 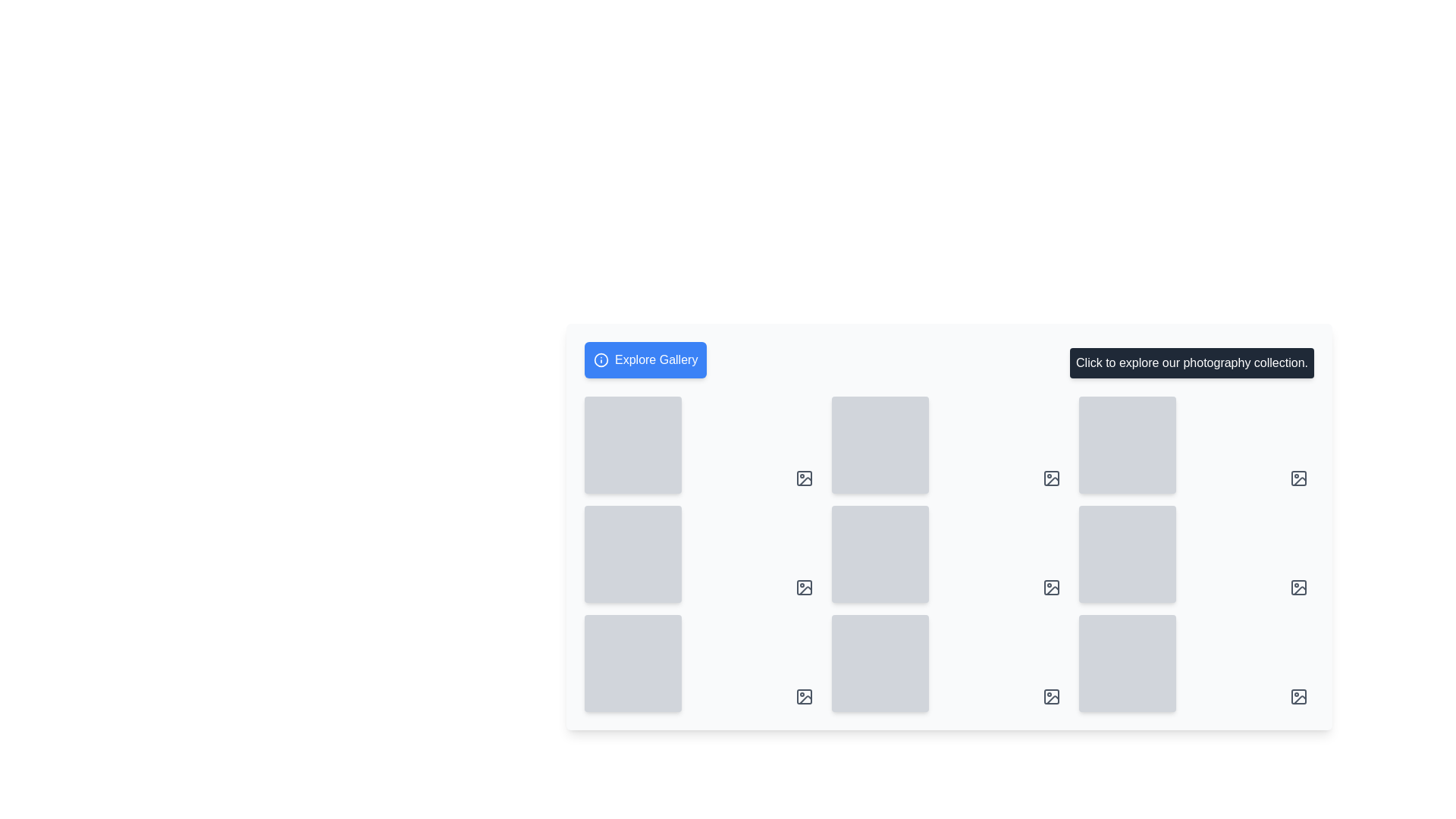 What do you see at coordinates (803, 479) in the screenshot?
I see `the small gray square icon` at bounding box center [803, 479].